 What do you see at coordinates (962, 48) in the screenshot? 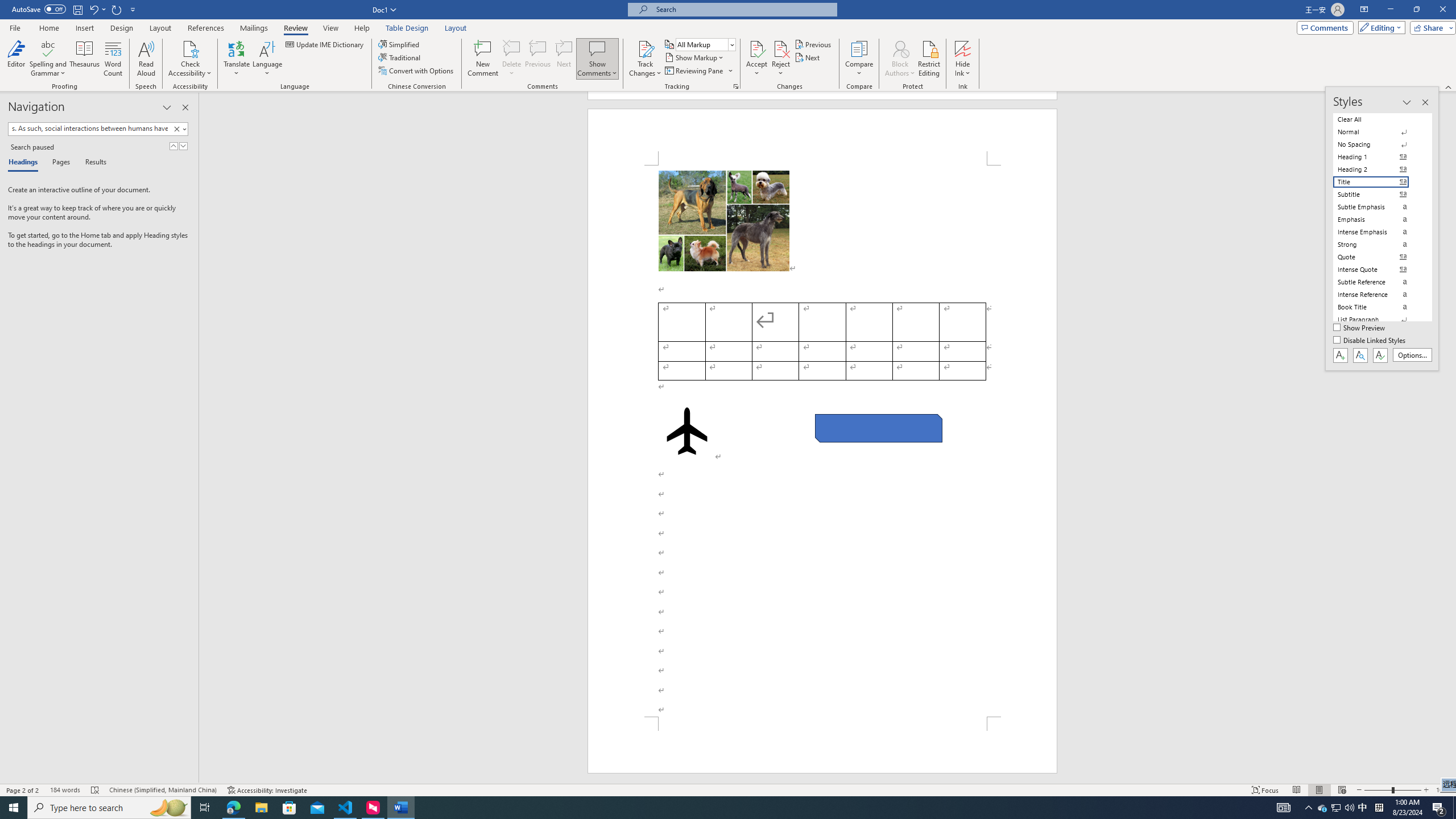
I see `'Hide Ink'` at bounding box center [962, 48].